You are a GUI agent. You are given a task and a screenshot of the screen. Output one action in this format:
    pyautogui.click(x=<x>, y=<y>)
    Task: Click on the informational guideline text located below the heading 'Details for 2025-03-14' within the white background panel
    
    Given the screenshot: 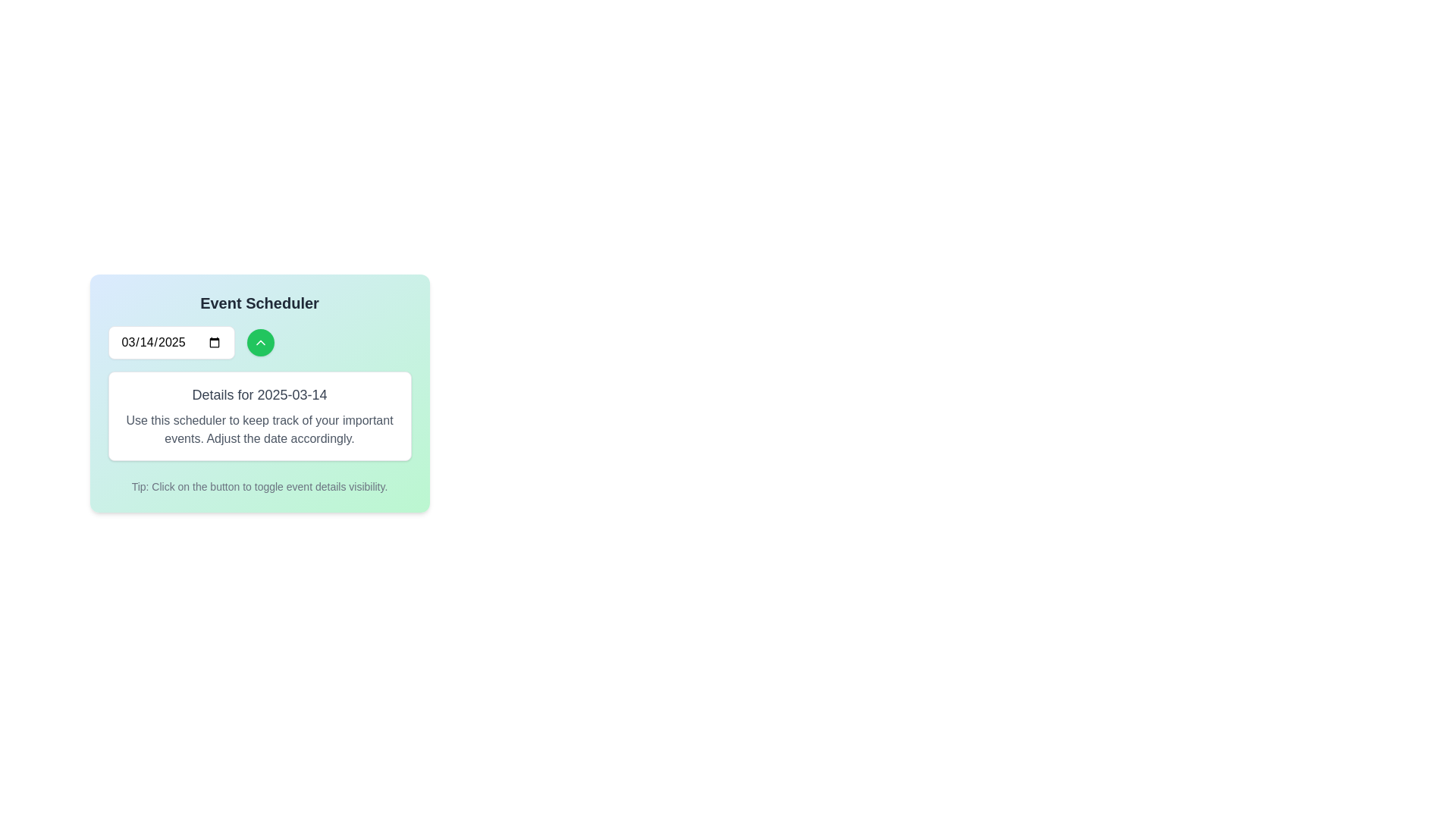 What is the action you would take?
    pyautogui.click(x=259, y=430)
    